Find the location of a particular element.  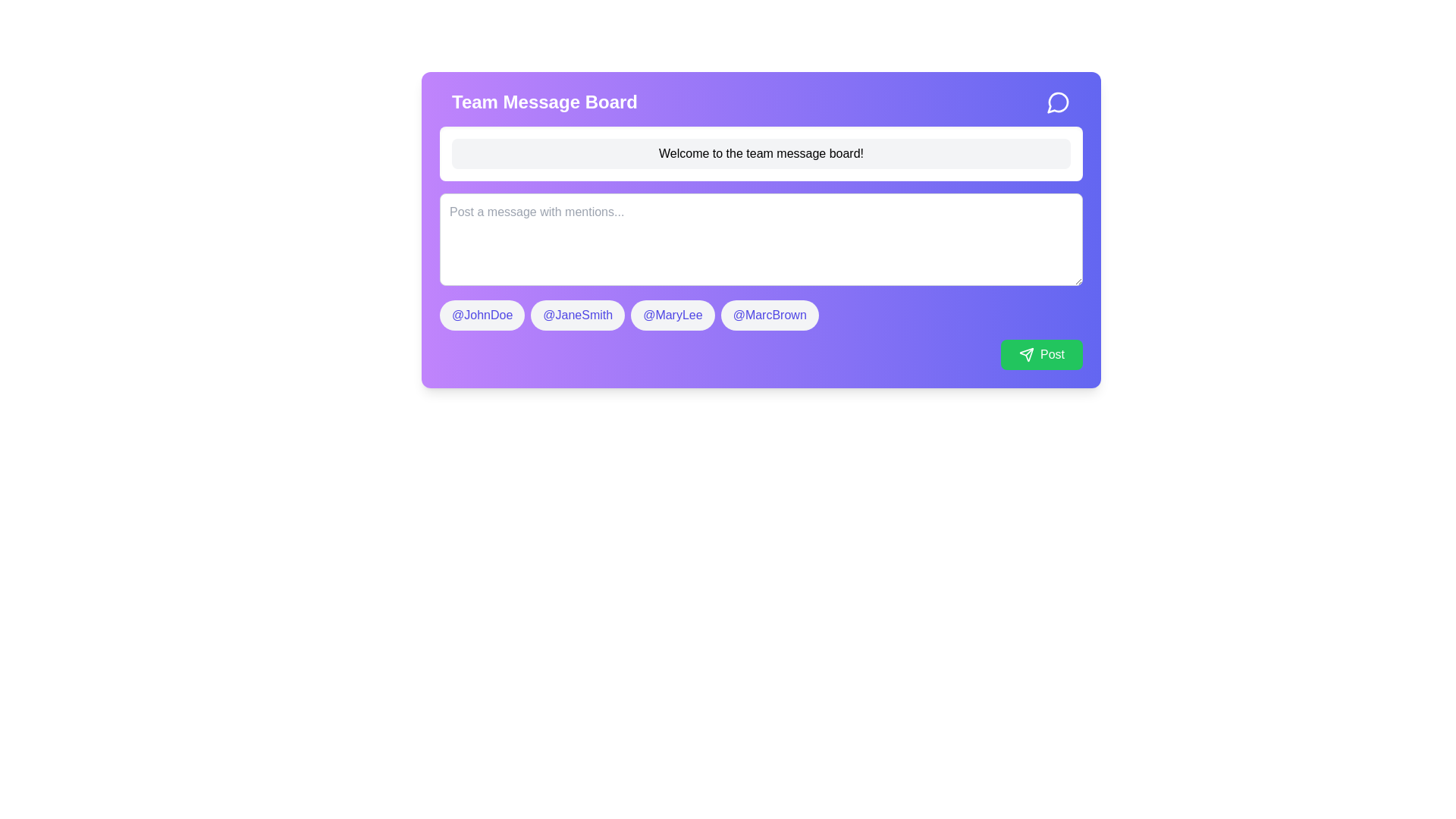

the Banner message card which has a white background and contains the text 'Welcome to the team message board!' centered within it is located at coordinates (761, 154).